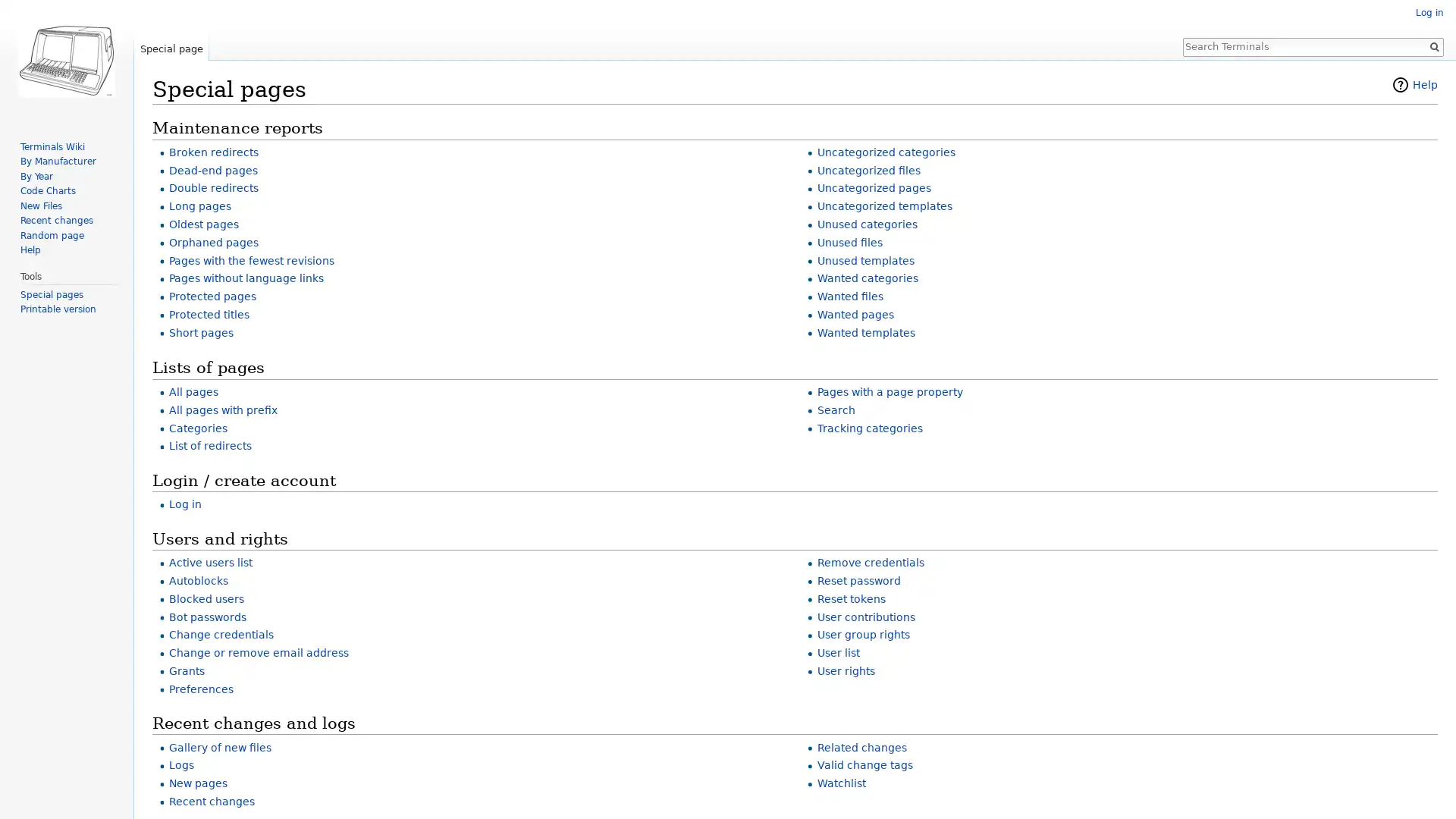 This screenshot has height=819, width=1456. What do you see at coordinates (1433, 45) in the screenshot?
I see `Go` at bounding box center [1433, 45].